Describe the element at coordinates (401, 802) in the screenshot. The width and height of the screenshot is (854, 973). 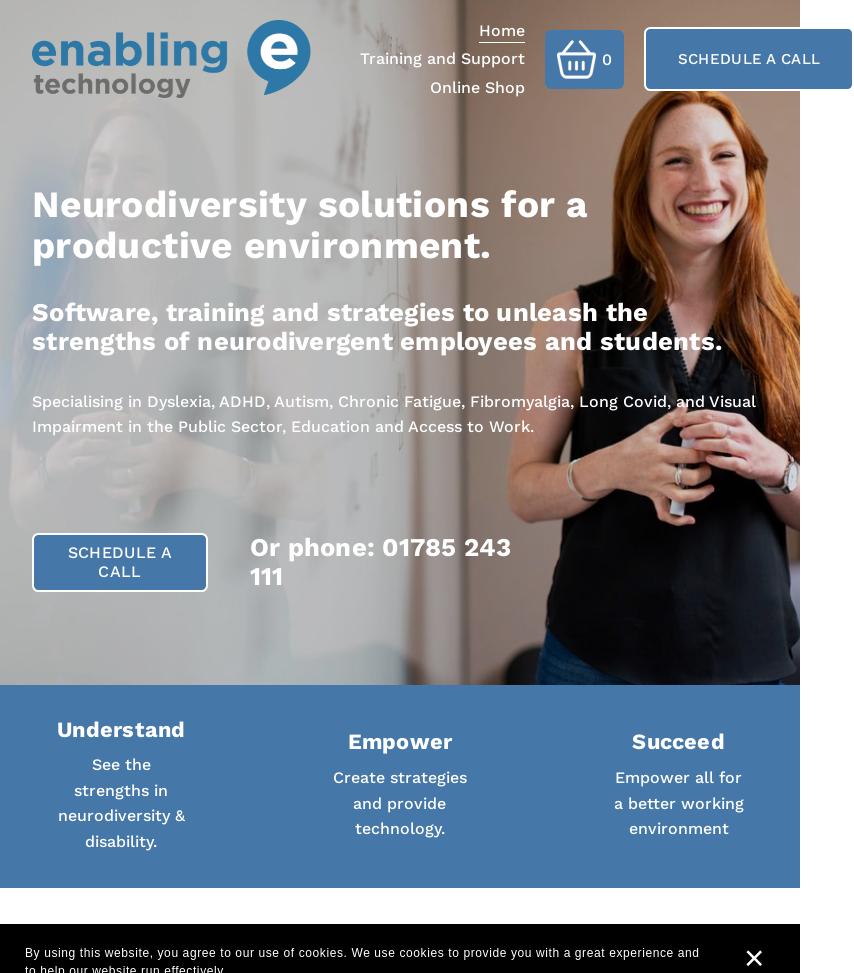
I see `'Create strategies and provide technology.'` at that location.